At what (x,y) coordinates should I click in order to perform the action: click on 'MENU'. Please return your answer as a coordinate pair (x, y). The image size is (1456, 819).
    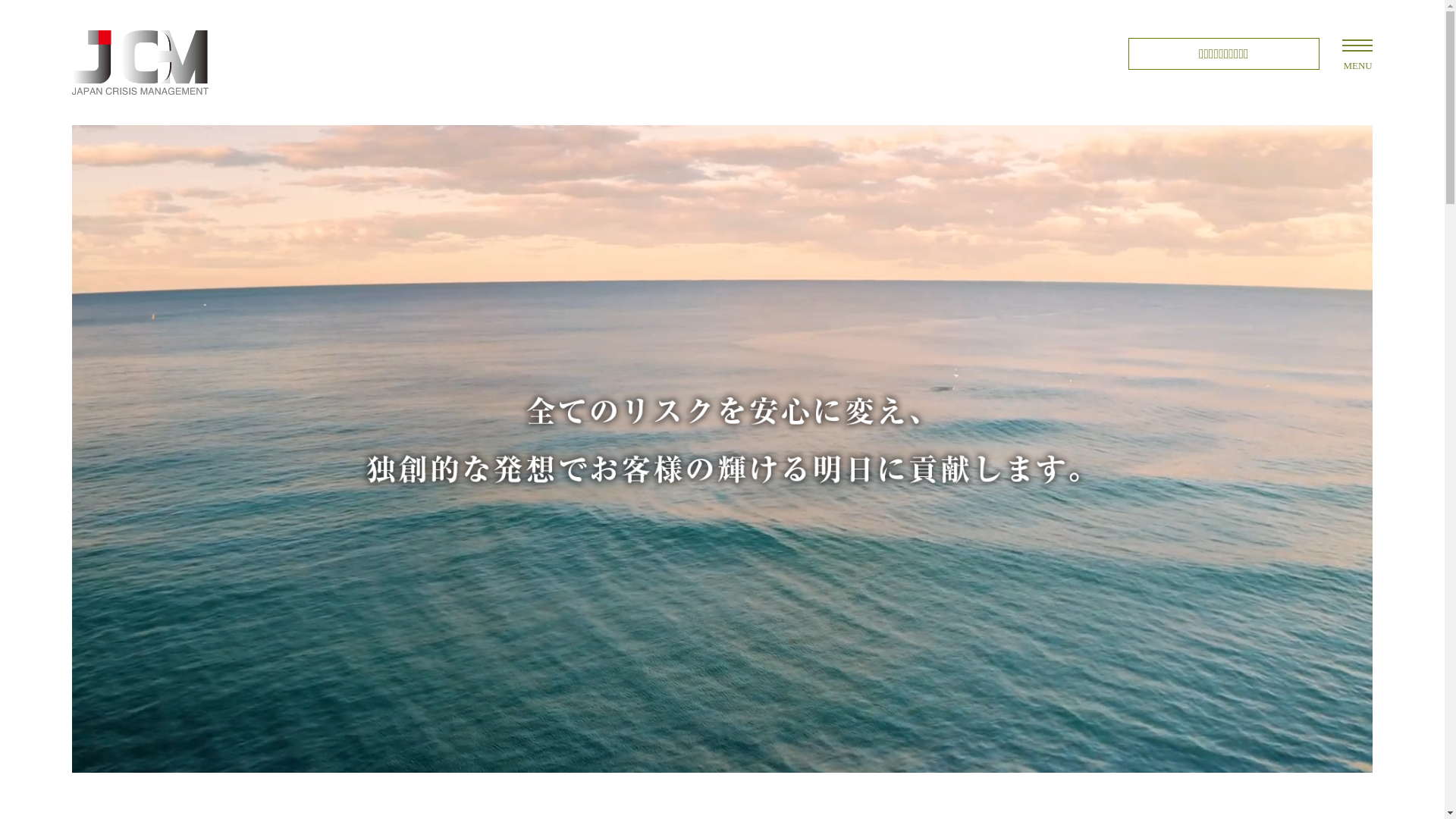
    Looking at the image, I should click on (1357, 45).